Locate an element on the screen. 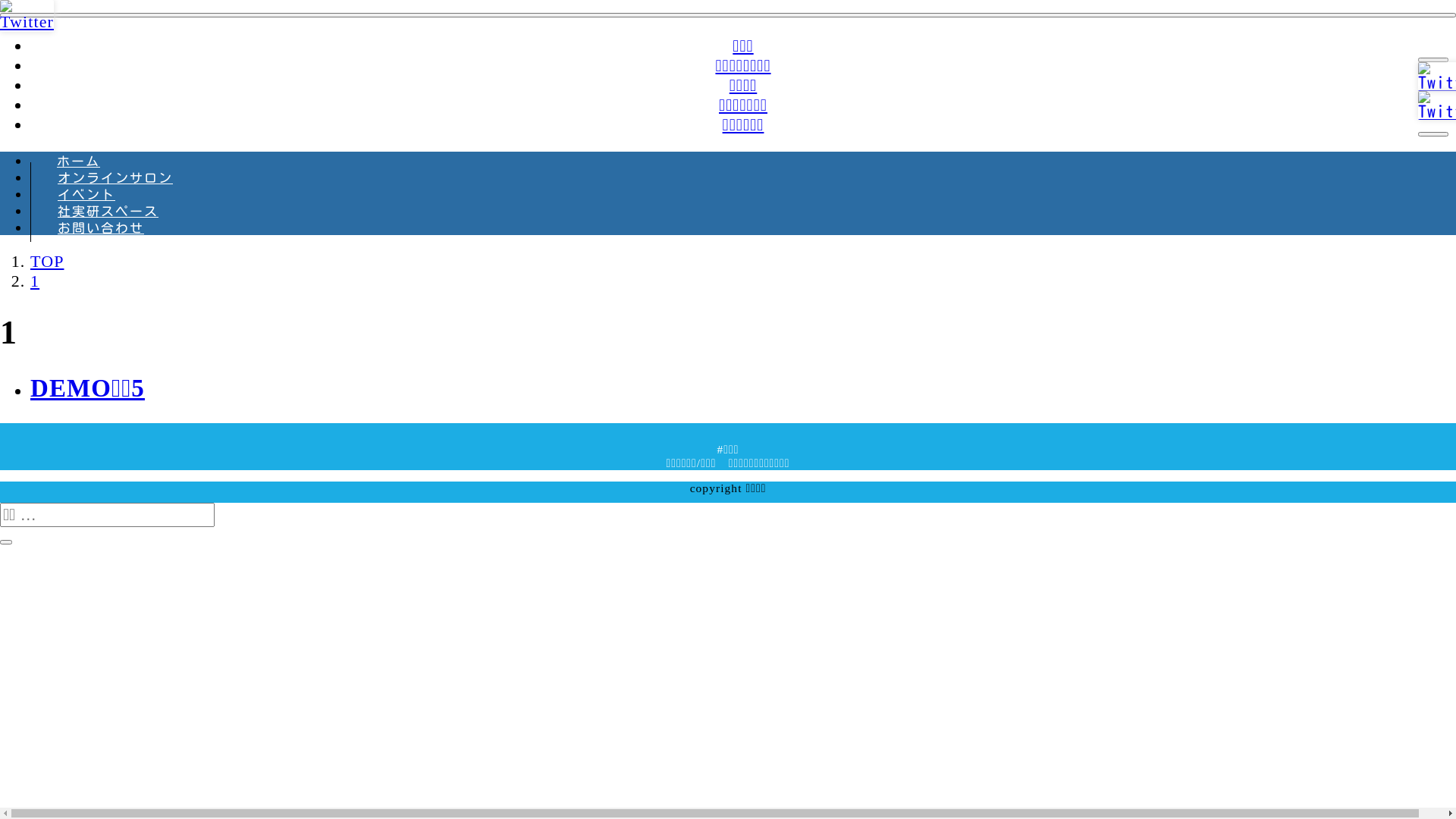 The width and height of the screenshot is (1456, 819). 'TOP' is located at coordinates (30, 260).